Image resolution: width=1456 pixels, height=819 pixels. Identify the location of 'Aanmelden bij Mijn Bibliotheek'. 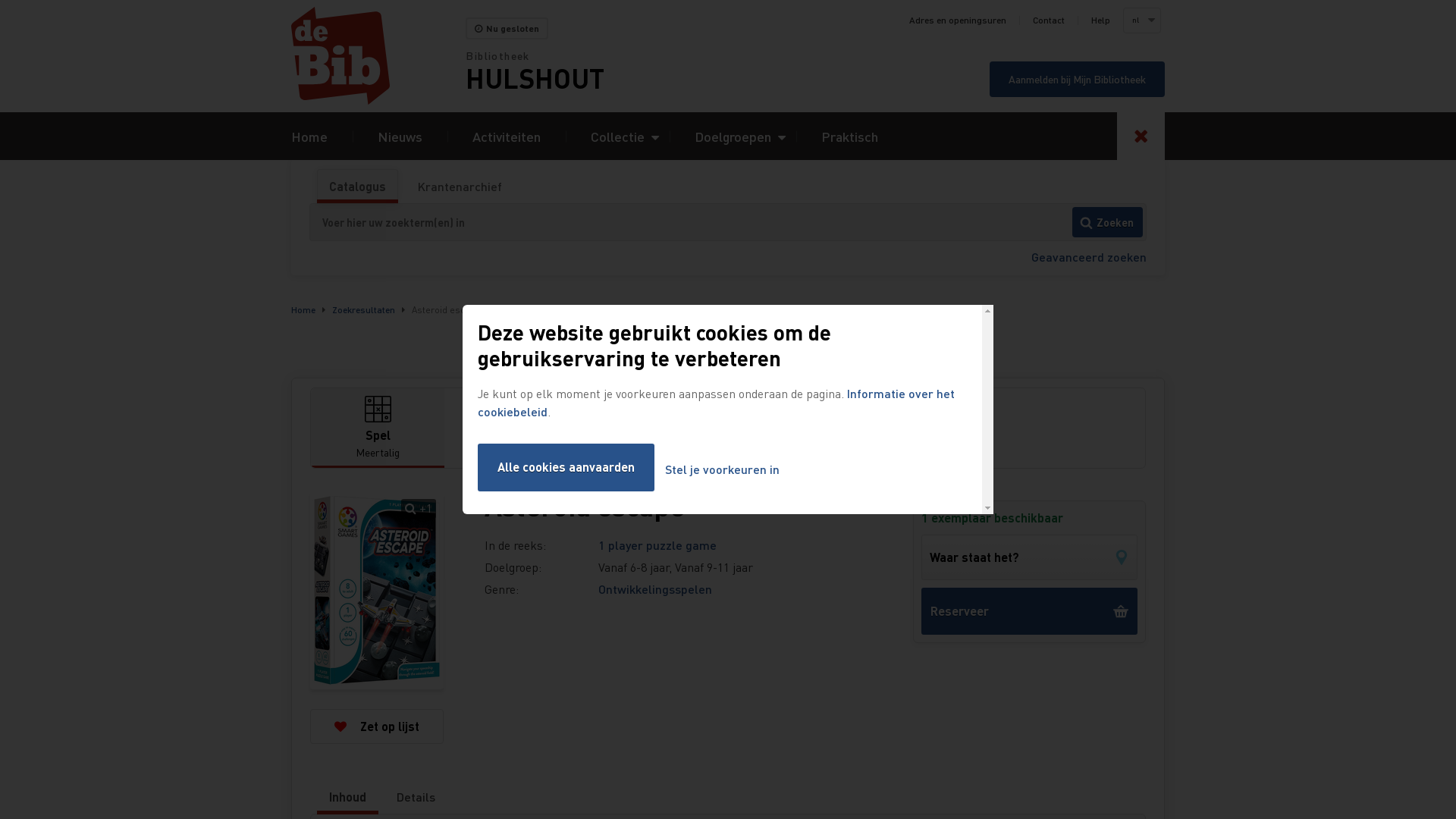
(1076, 79).